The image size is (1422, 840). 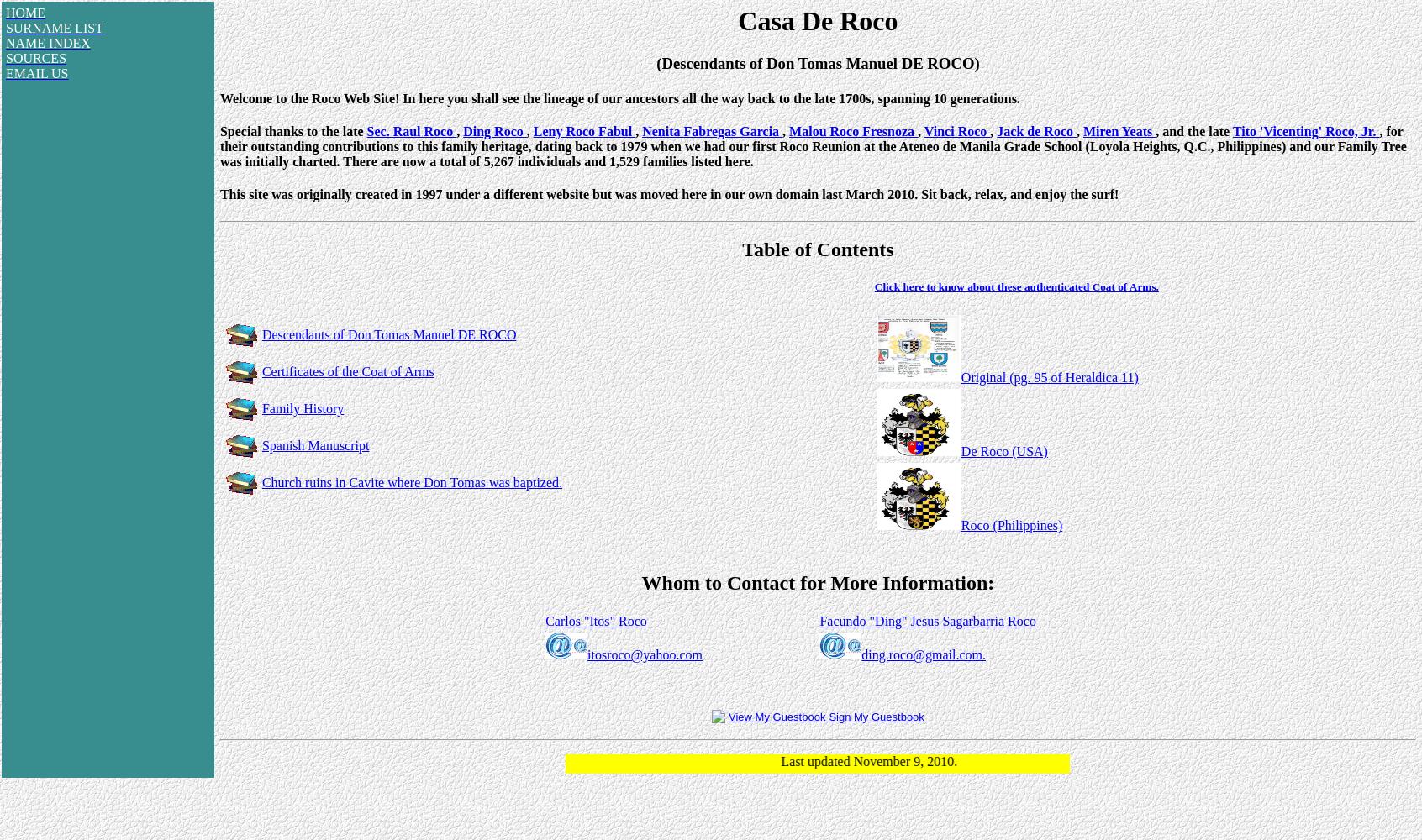 I want to click on ', and the late', so click(x=1193, y=130).